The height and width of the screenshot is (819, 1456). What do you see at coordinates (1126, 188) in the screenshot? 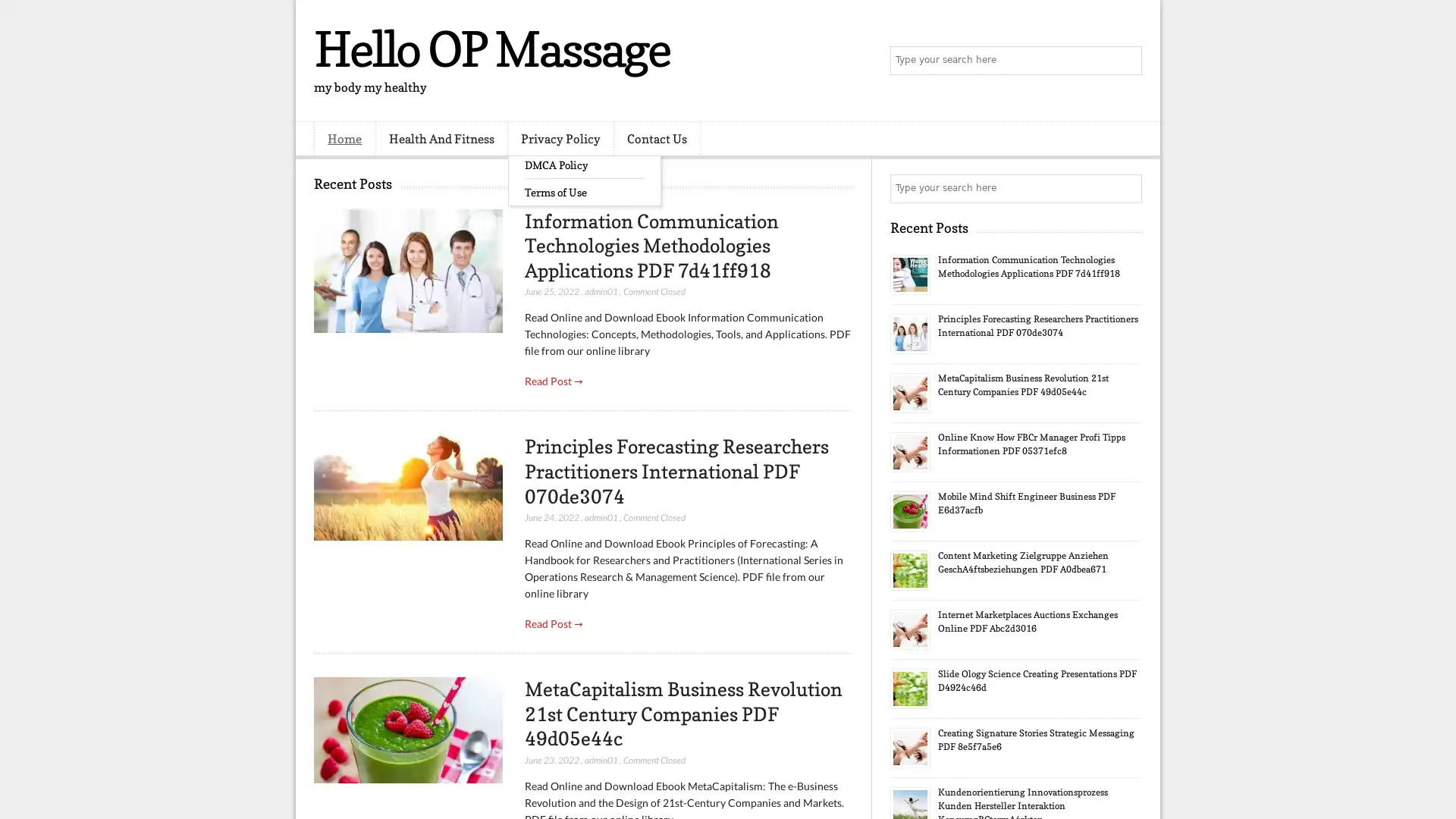
I see `Search` at bounding box center [1126, 188].